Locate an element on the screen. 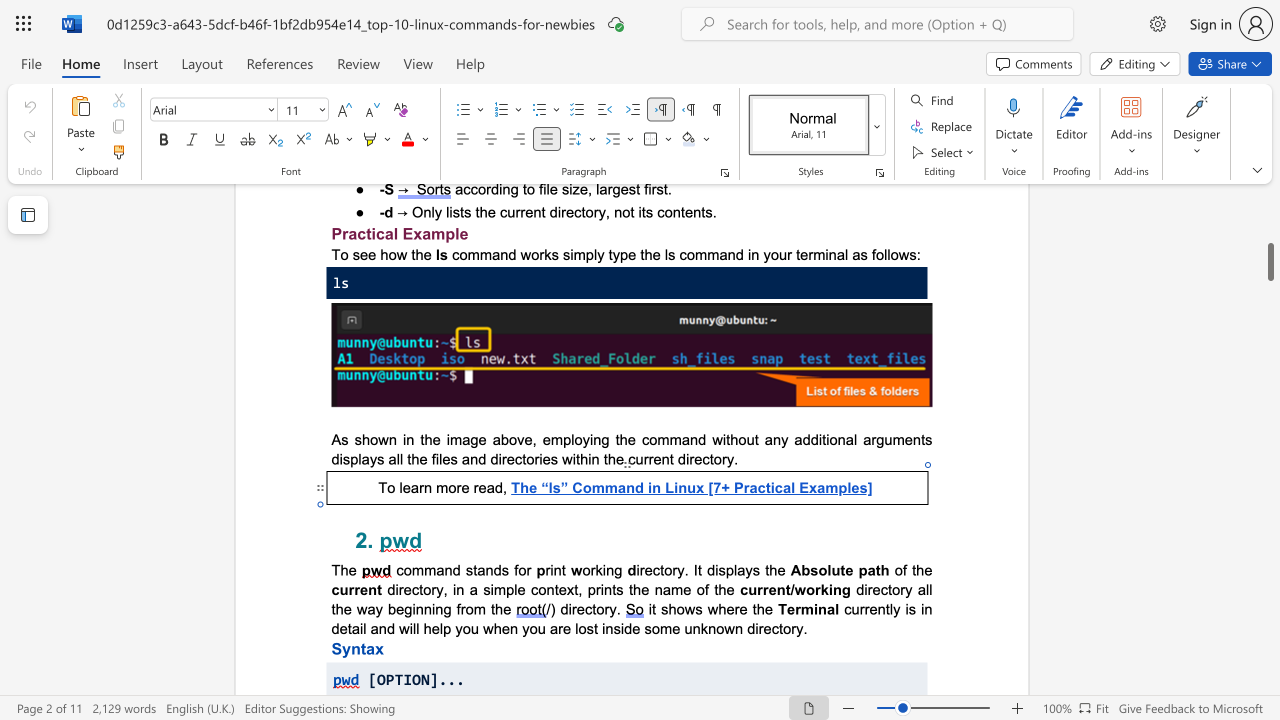  the 1th character "n" in the text is located at coordinates (841, 438).